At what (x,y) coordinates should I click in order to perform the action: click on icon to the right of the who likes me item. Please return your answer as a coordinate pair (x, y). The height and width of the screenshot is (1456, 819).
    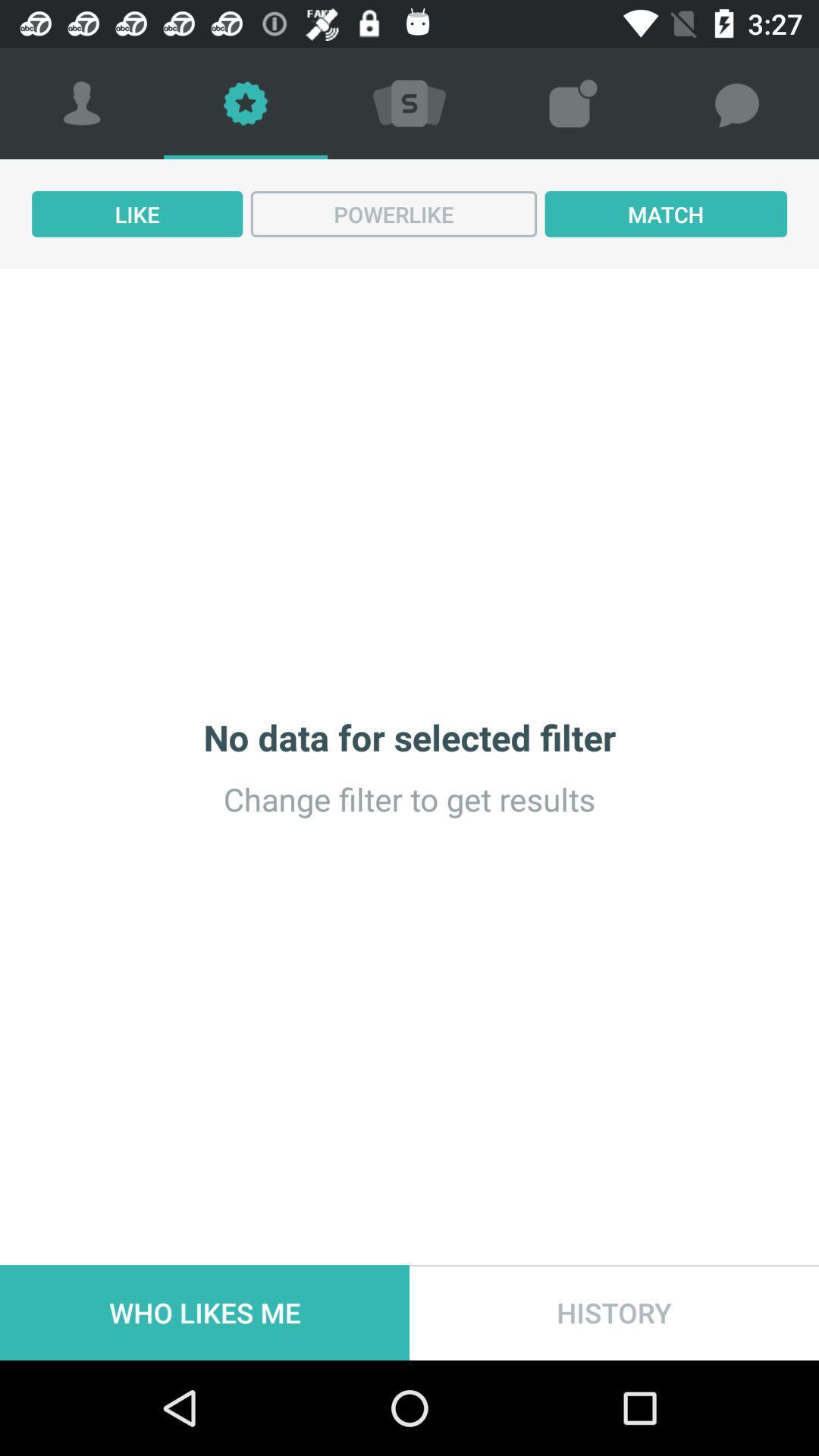
    Looking at the image, I should click on (614, 1312).